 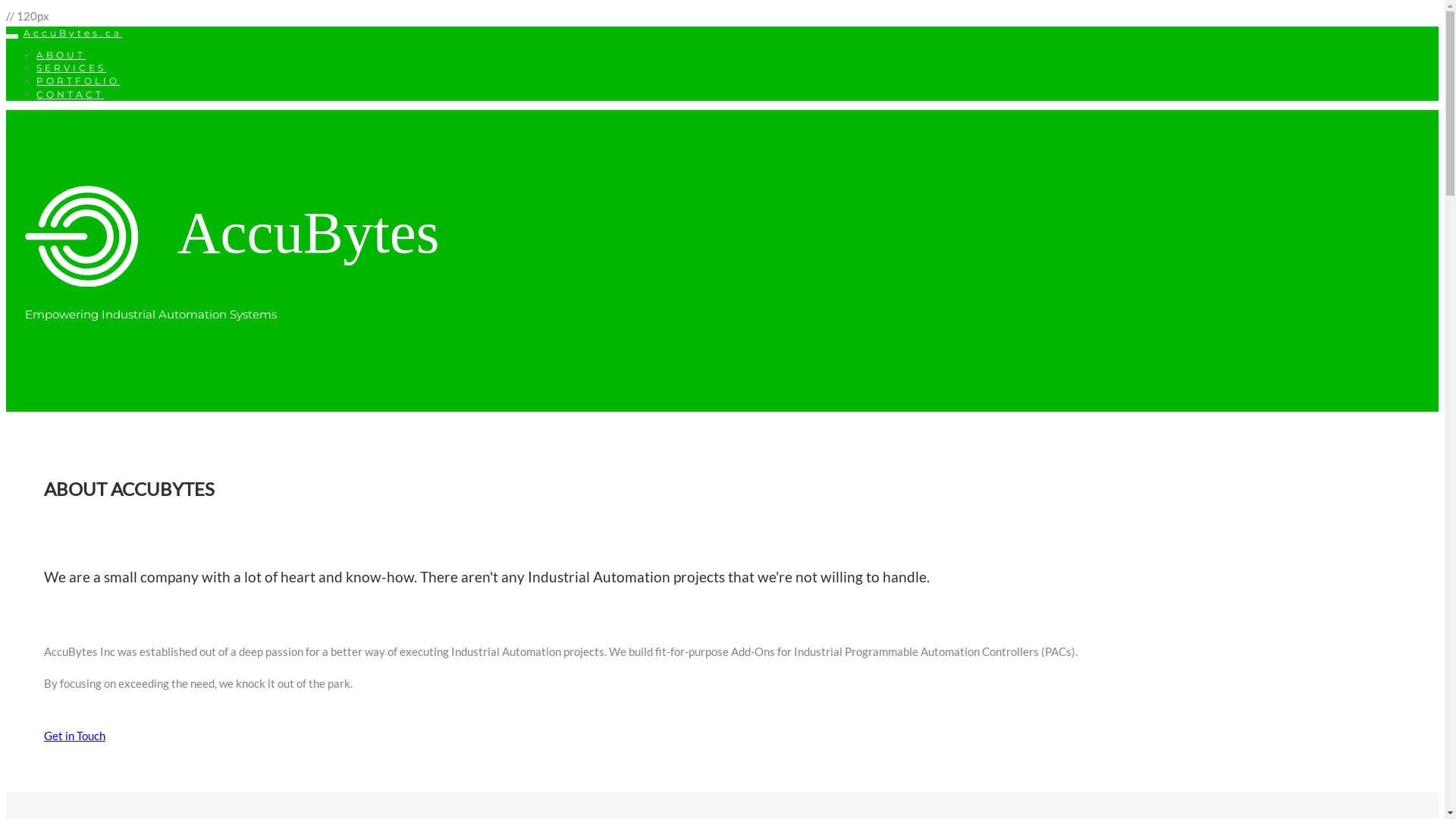 I want to click on 'SERVICES', so click(x=71, y=67).